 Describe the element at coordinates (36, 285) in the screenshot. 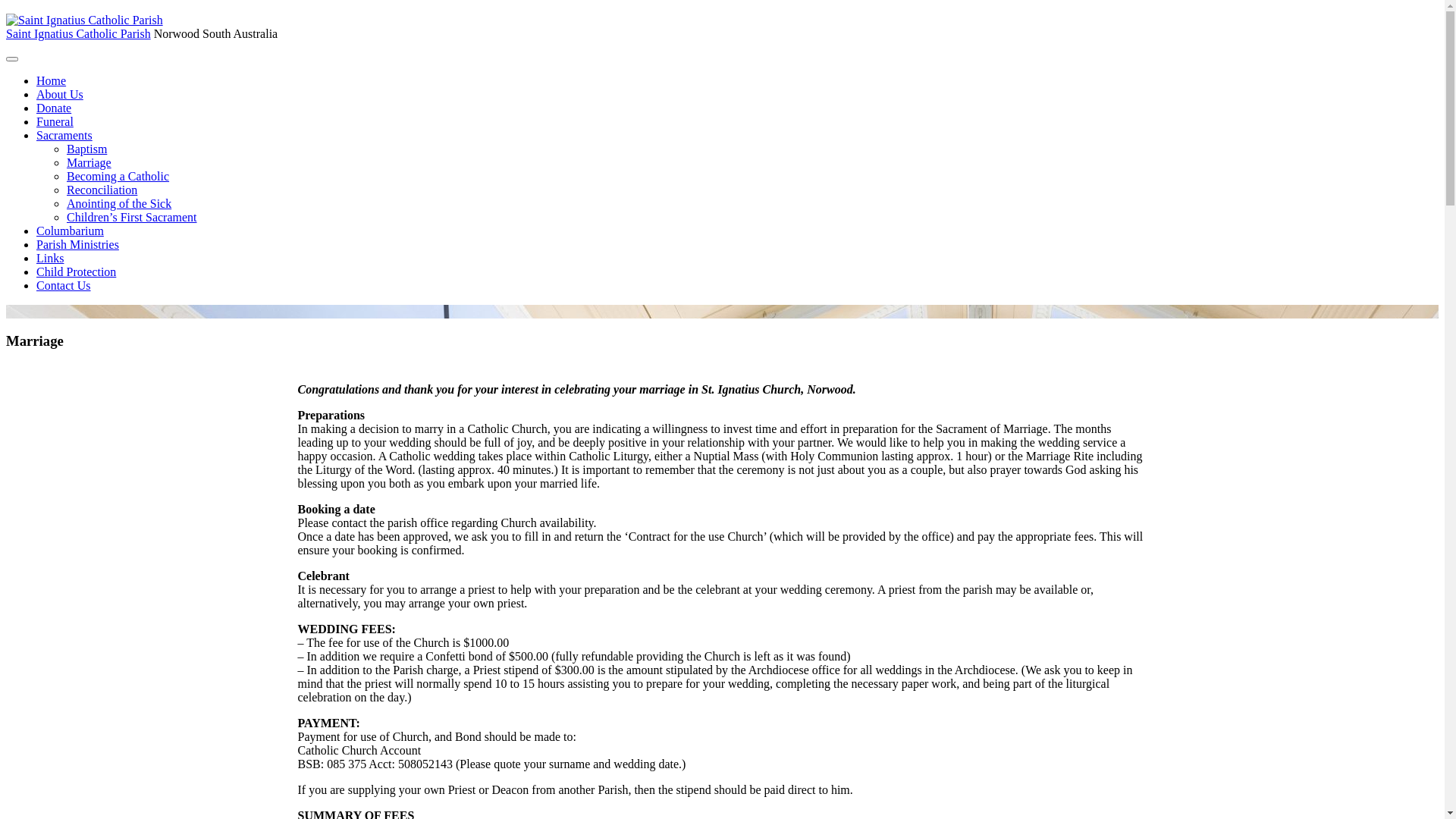

I see `'Contact Us'` at that location.